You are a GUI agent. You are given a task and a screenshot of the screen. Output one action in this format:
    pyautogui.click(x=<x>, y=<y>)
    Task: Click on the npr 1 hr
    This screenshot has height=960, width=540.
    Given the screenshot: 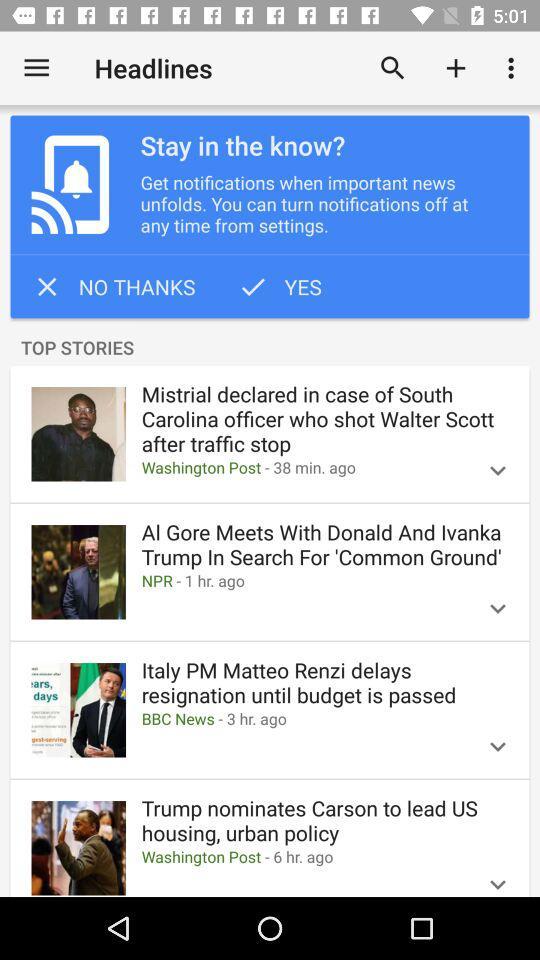 What is the action you would take?
    pyautogui.click(x=300, y=581)
    